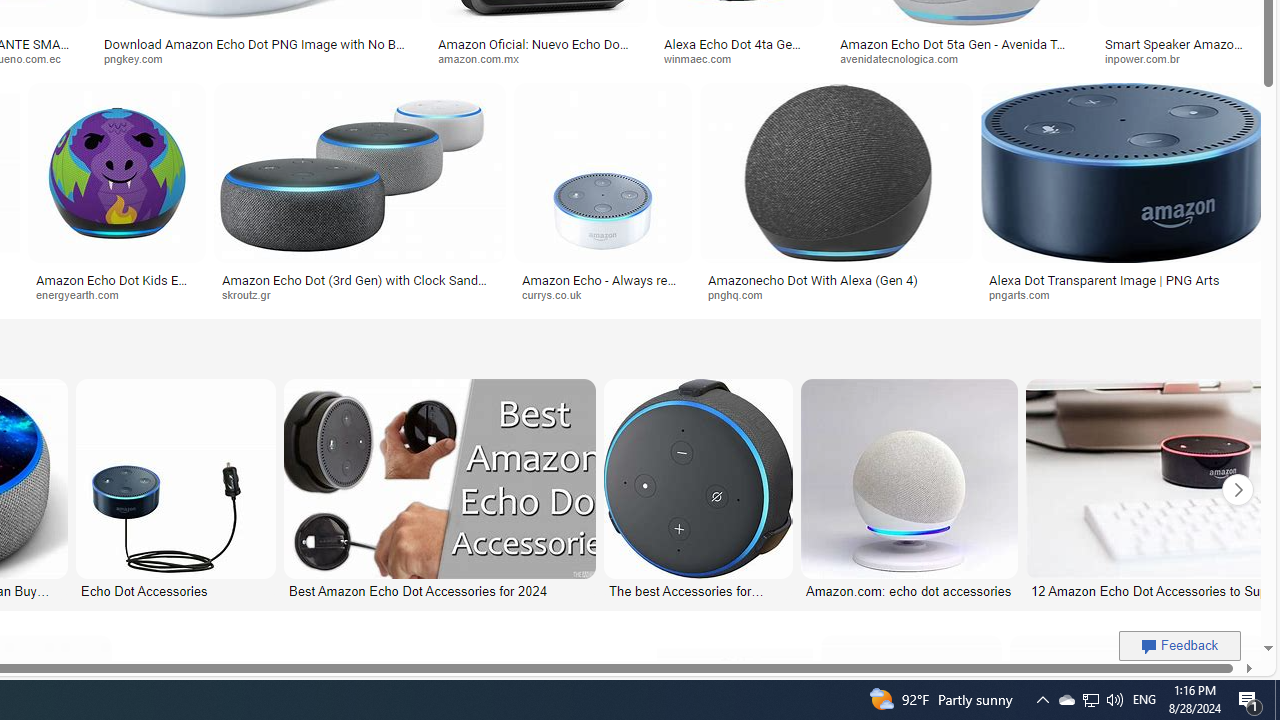 The image size is (1280, 720). Describe the element at coordinates (840, 196) in the screenshot. I see `'Amazonecho Dot With Alexa (Gen 4)pnghq.comSave'` at that location.